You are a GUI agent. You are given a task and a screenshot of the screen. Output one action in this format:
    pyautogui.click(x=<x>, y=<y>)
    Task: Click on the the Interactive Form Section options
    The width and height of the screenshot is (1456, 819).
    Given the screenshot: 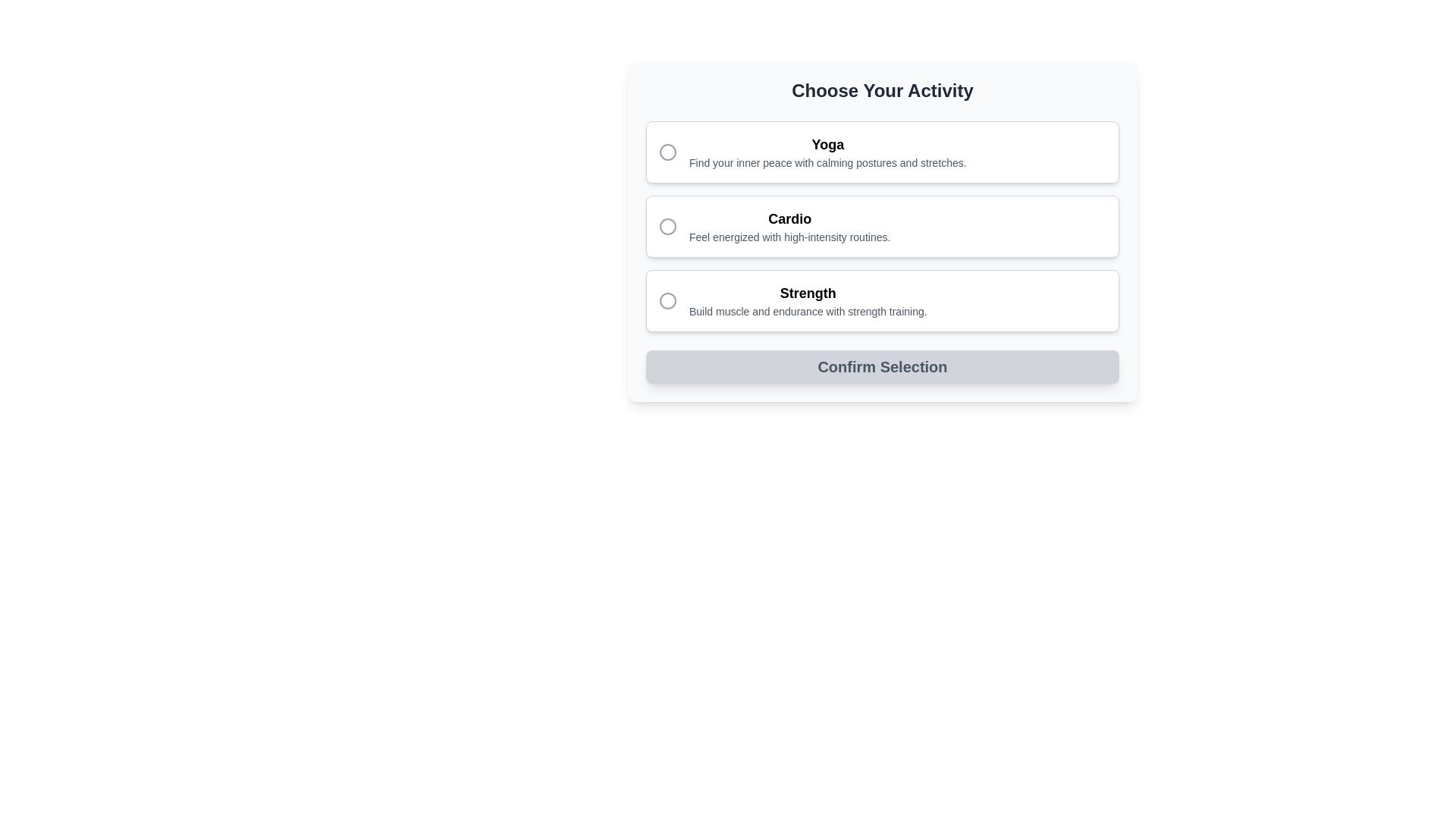 What is the action you would take?
    pyautogui.click(x=882, y=231)
    